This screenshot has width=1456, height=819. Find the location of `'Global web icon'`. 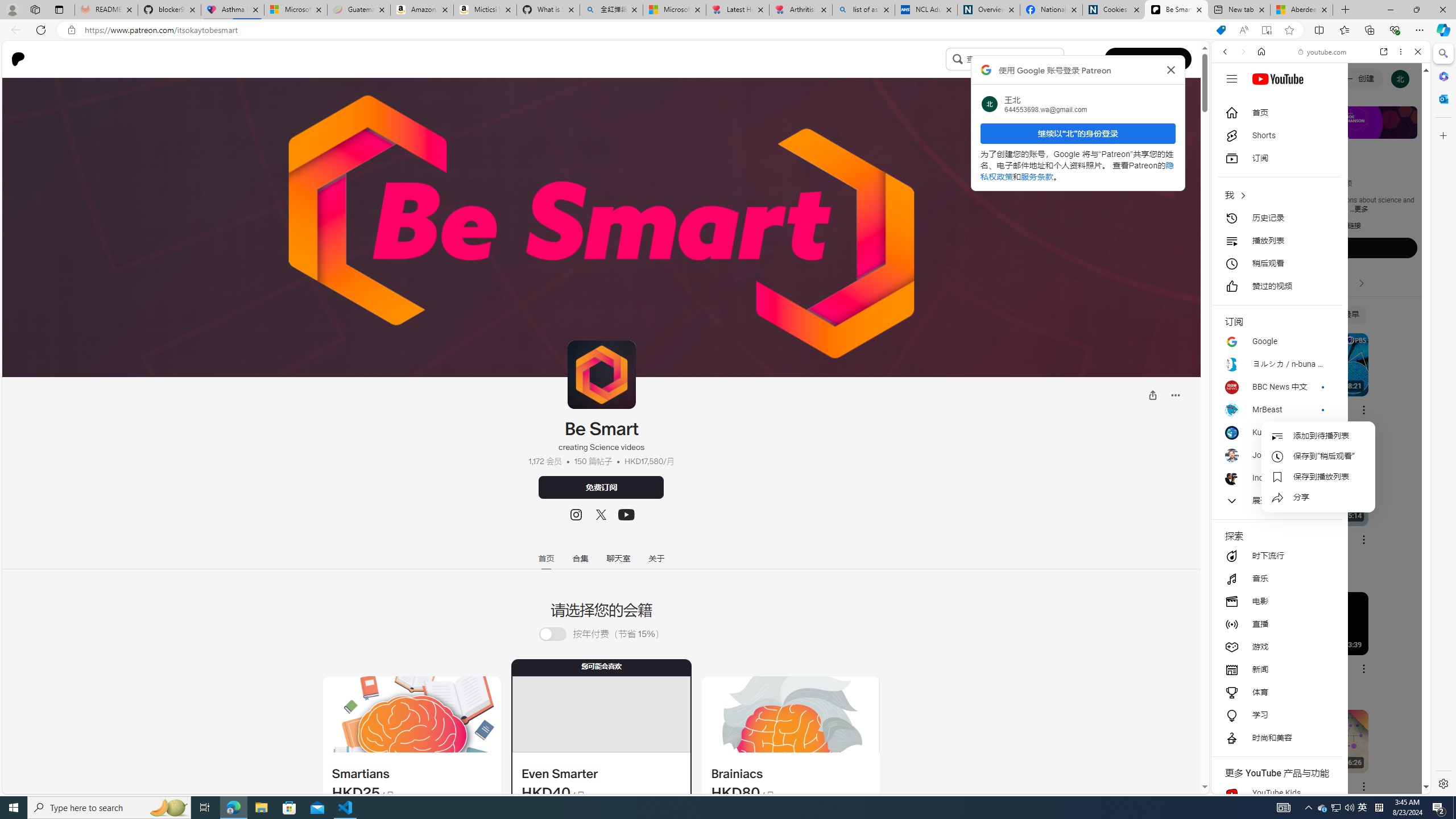

'Global web icon' is located at coordinates (1233, 655).